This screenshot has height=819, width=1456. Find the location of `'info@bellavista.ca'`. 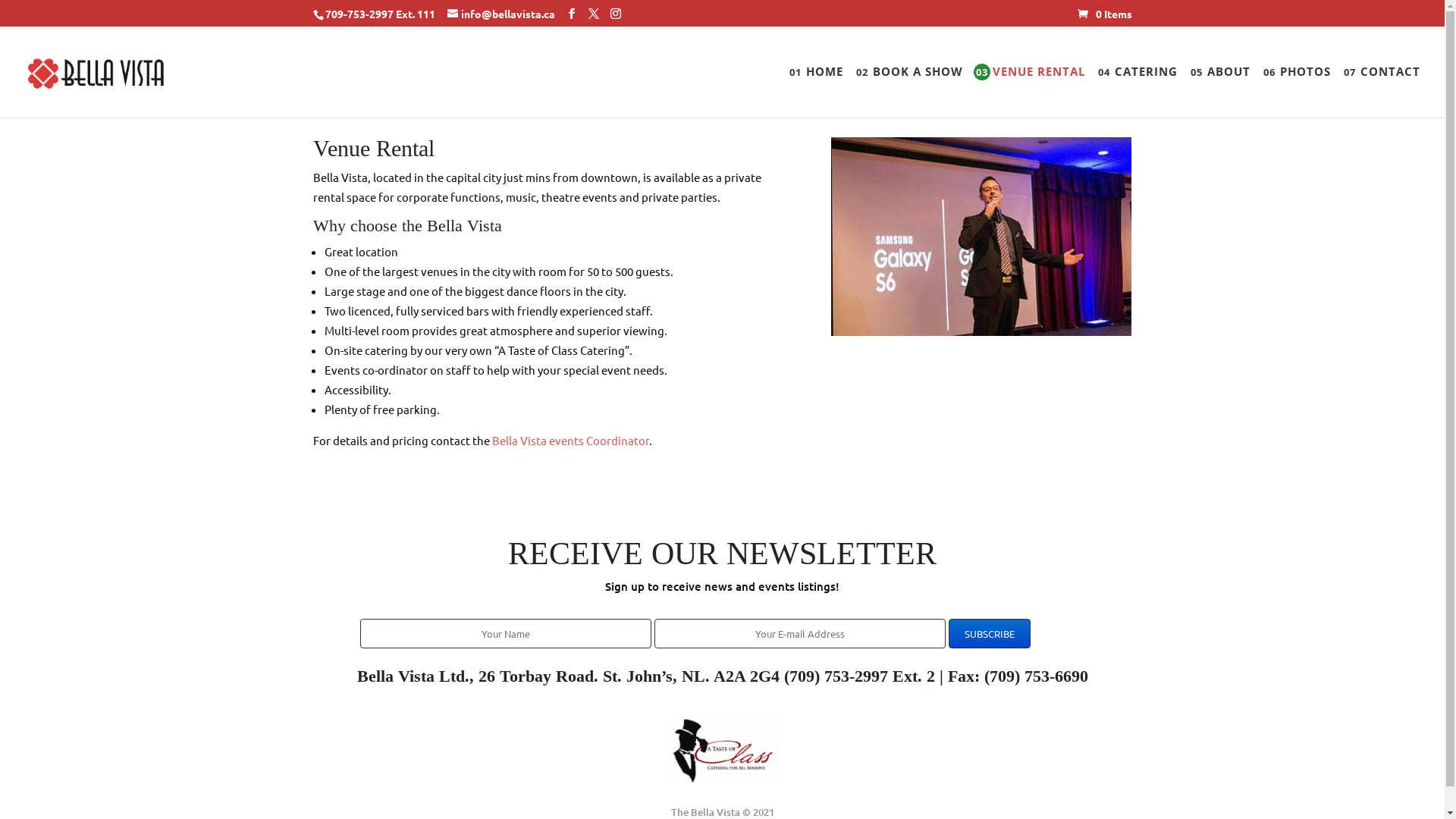

'info@bellavista.ca' is located at coordinates (447, 12).